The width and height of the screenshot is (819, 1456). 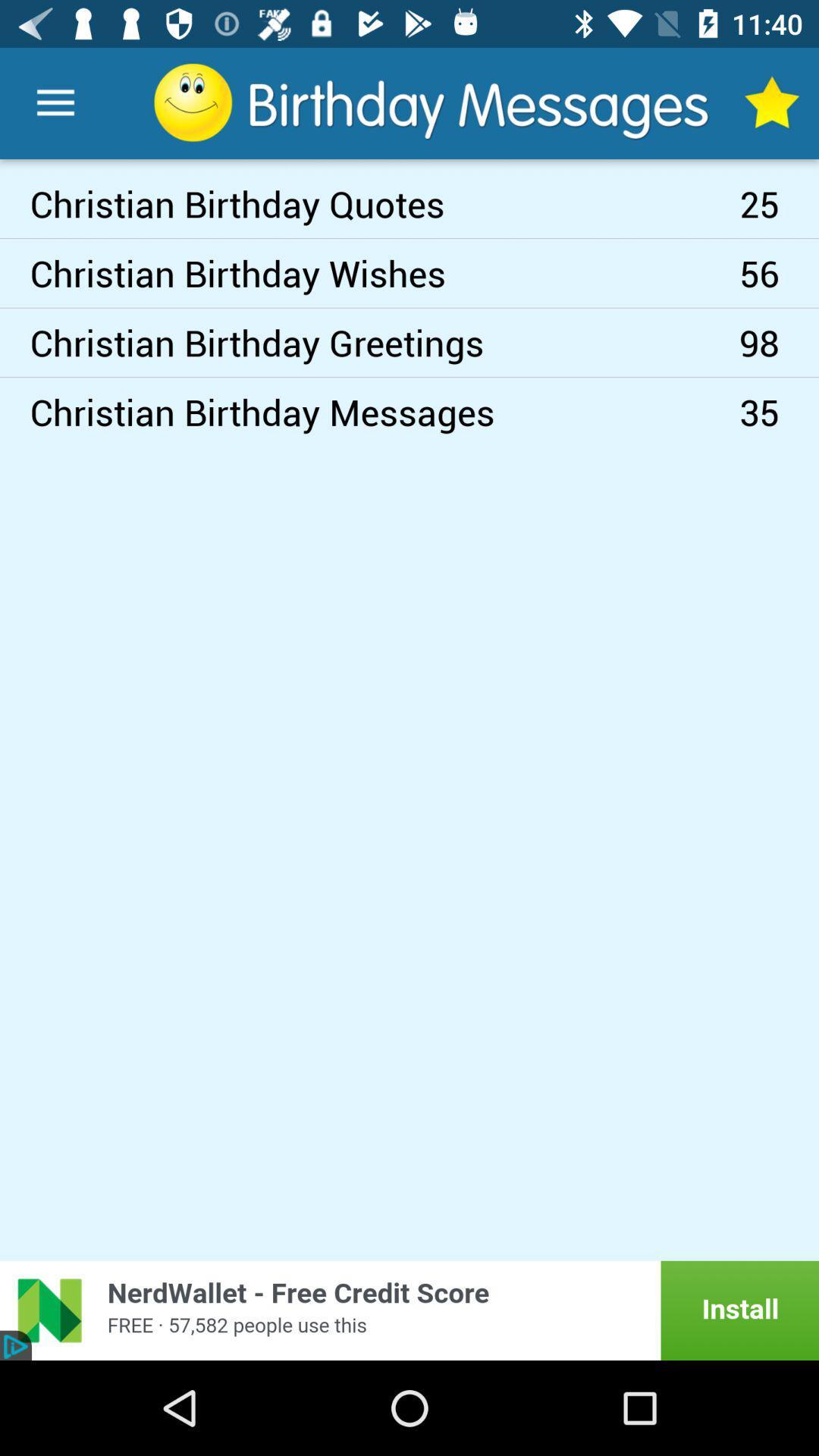 What do you see at coordinates (779, 341) in the screenshot?
I see `the 98 item` at bounding box center [779, 341].